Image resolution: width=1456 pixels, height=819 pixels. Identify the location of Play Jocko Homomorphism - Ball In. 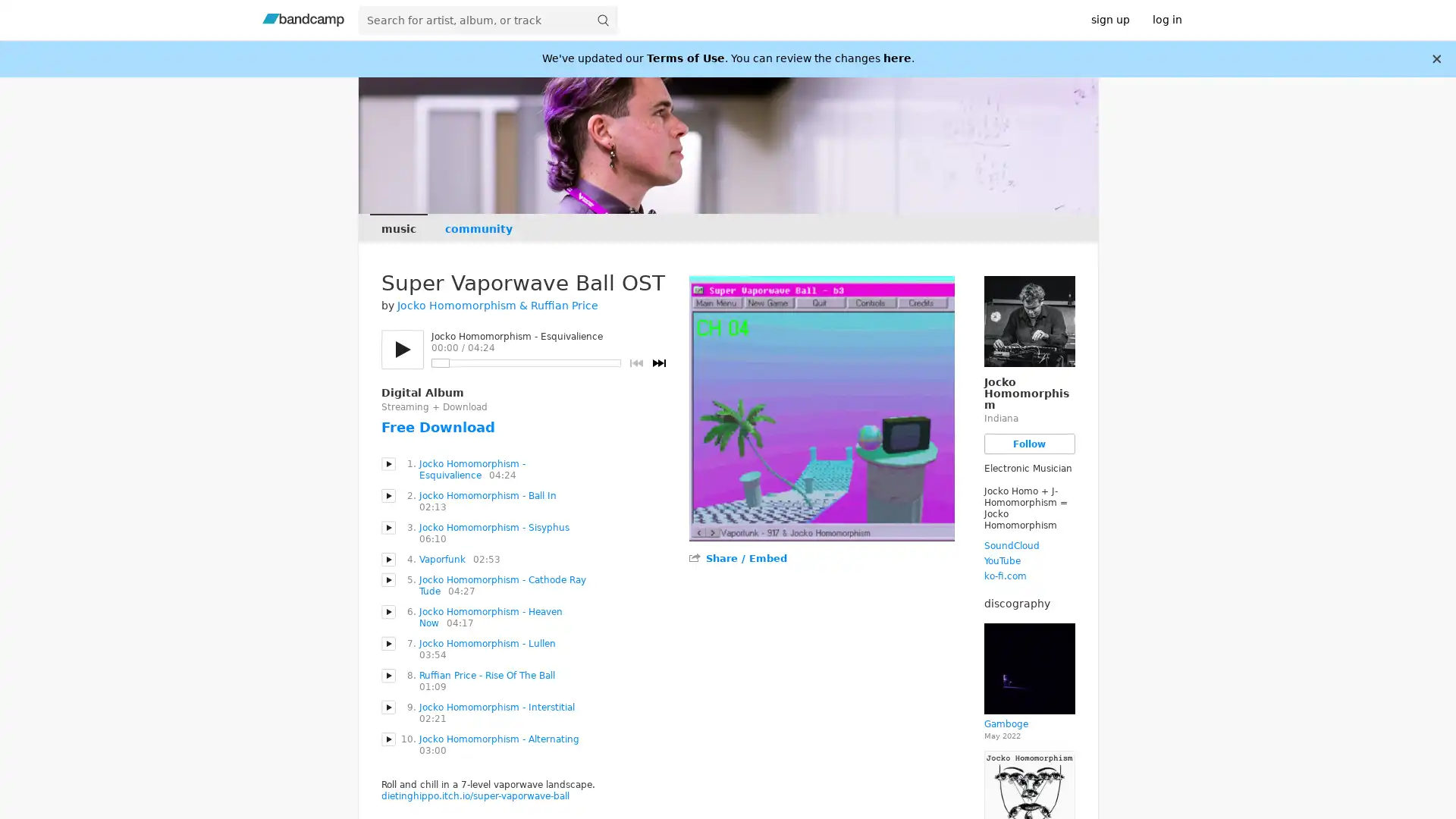
(388, 496).